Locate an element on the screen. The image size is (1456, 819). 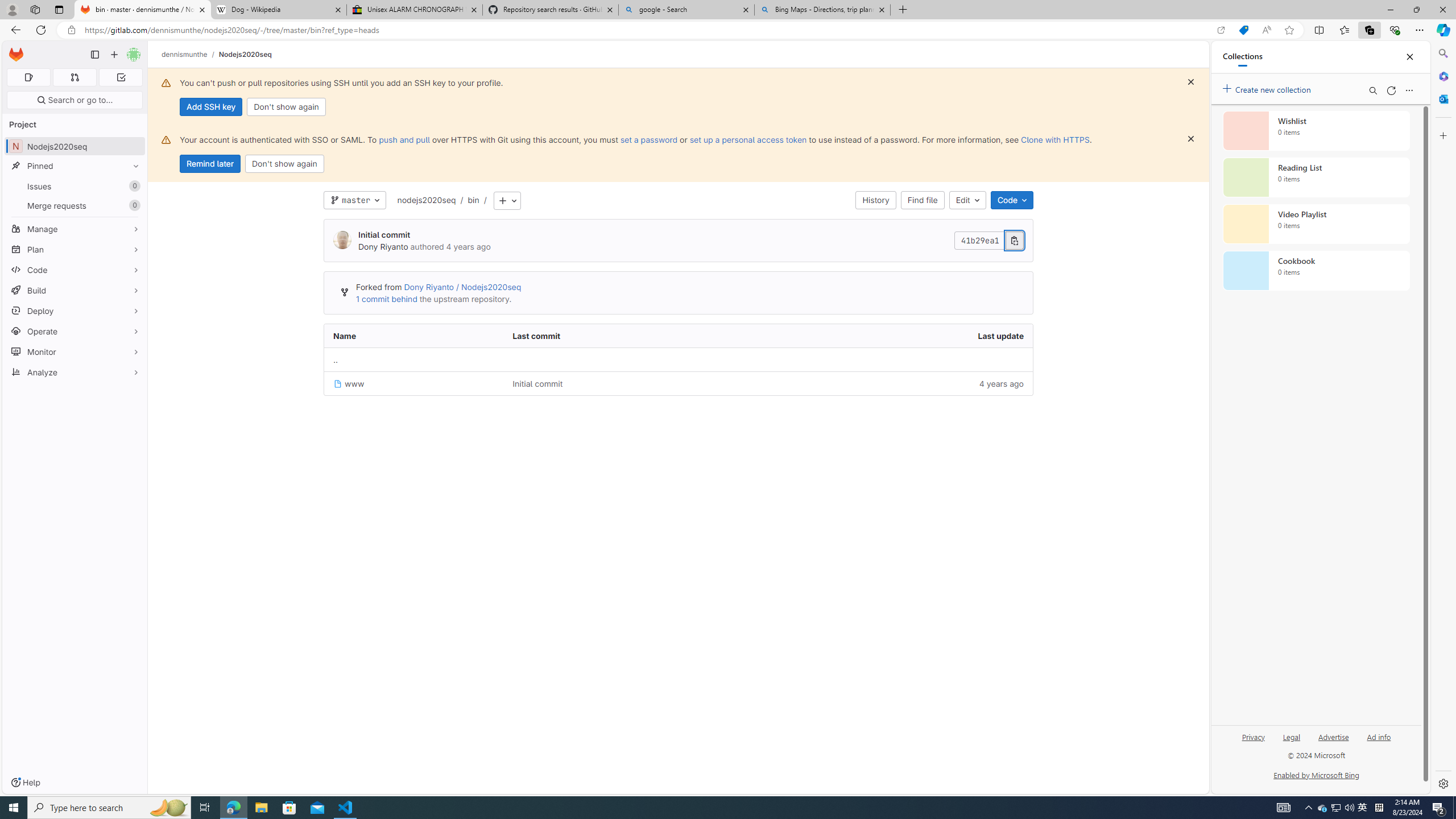
'set a password' is located at coordinates (649, 139).